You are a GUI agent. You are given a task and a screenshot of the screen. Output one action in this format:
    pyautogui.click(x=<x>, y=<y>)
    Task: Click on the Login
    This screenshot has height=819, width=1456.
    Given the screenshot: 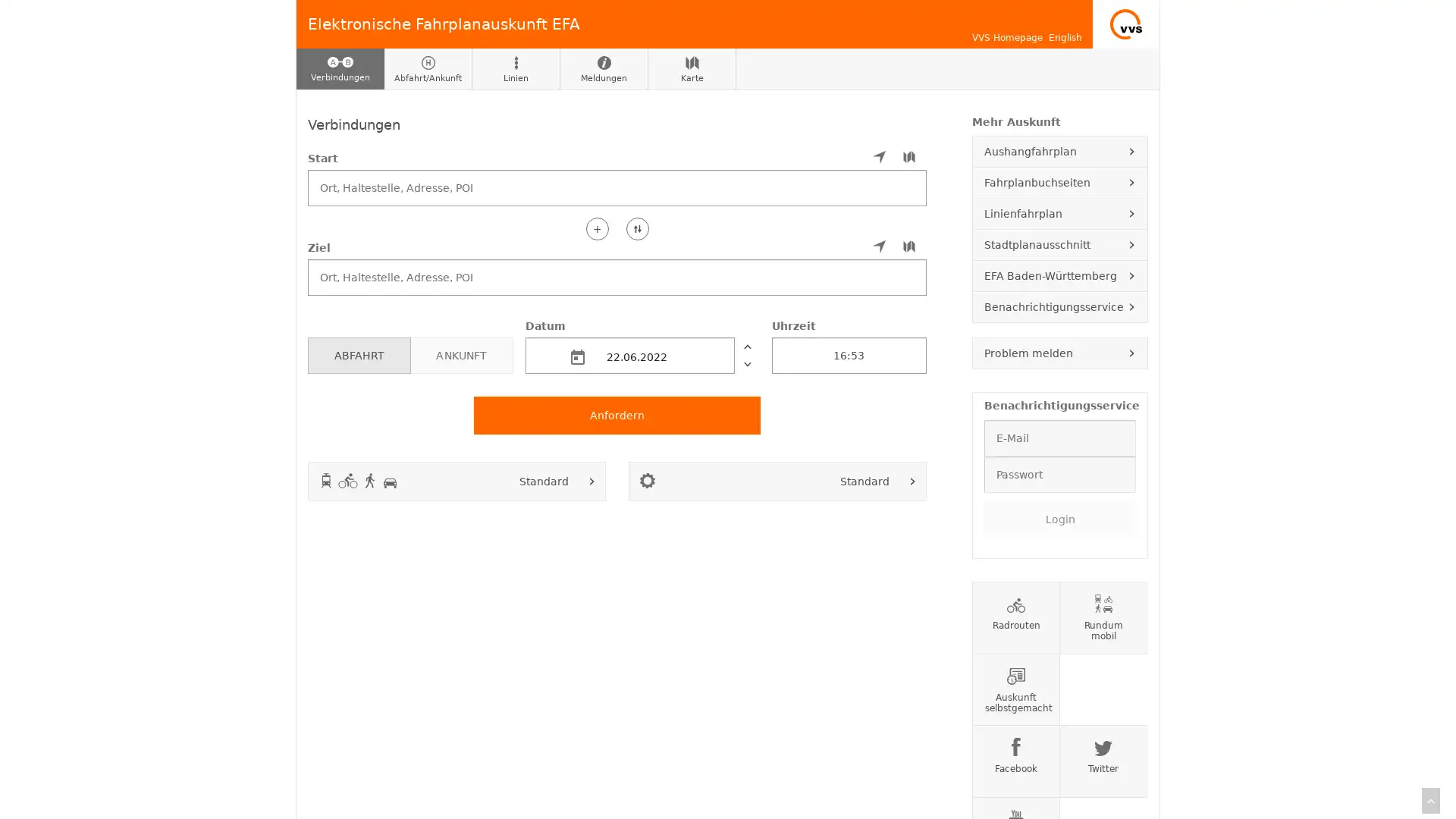 What is the action you would take?
    pyautogui.click(x=1059, y=517)
    